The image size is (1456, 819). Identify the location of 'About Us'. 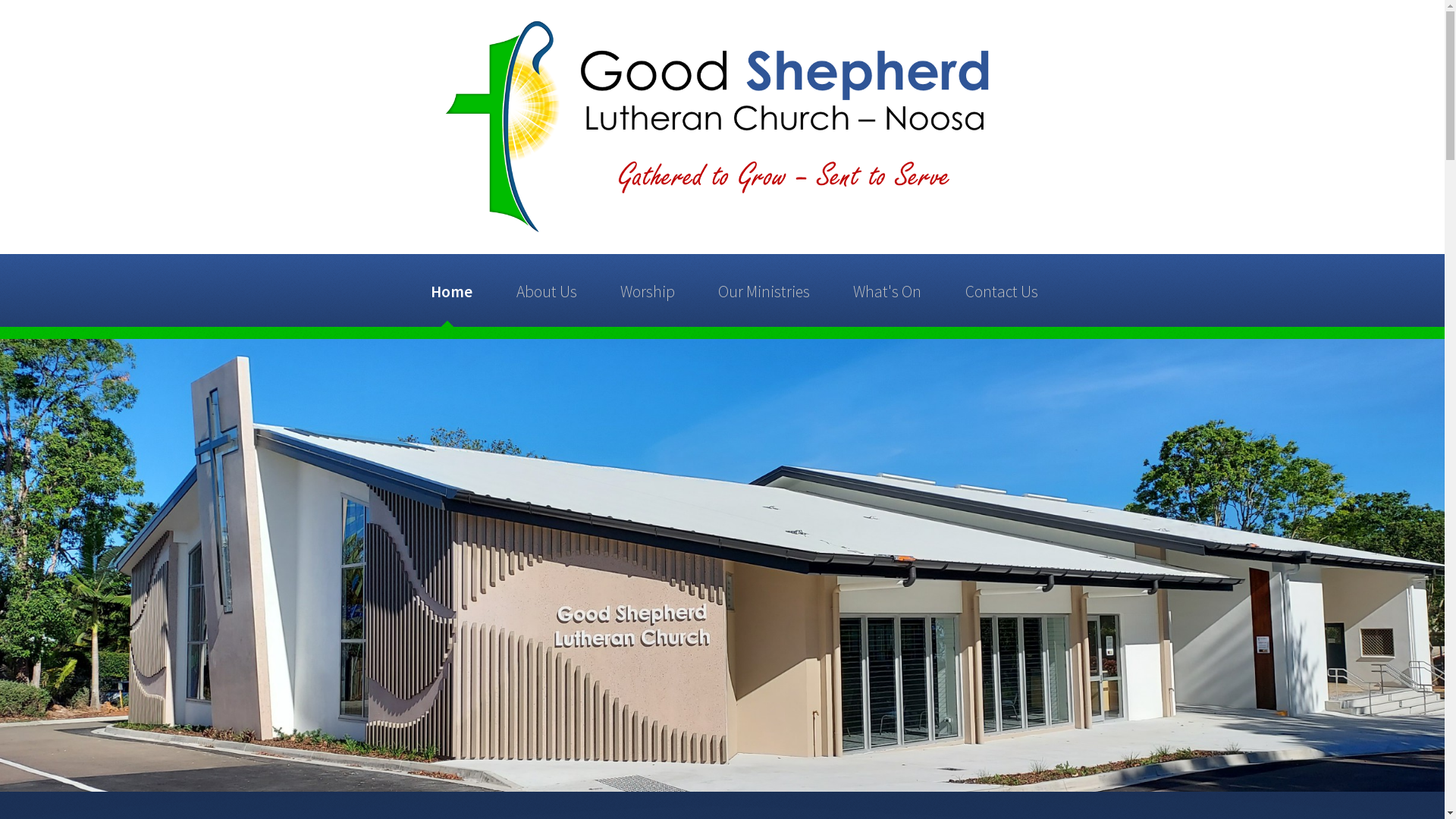
(508, 290).